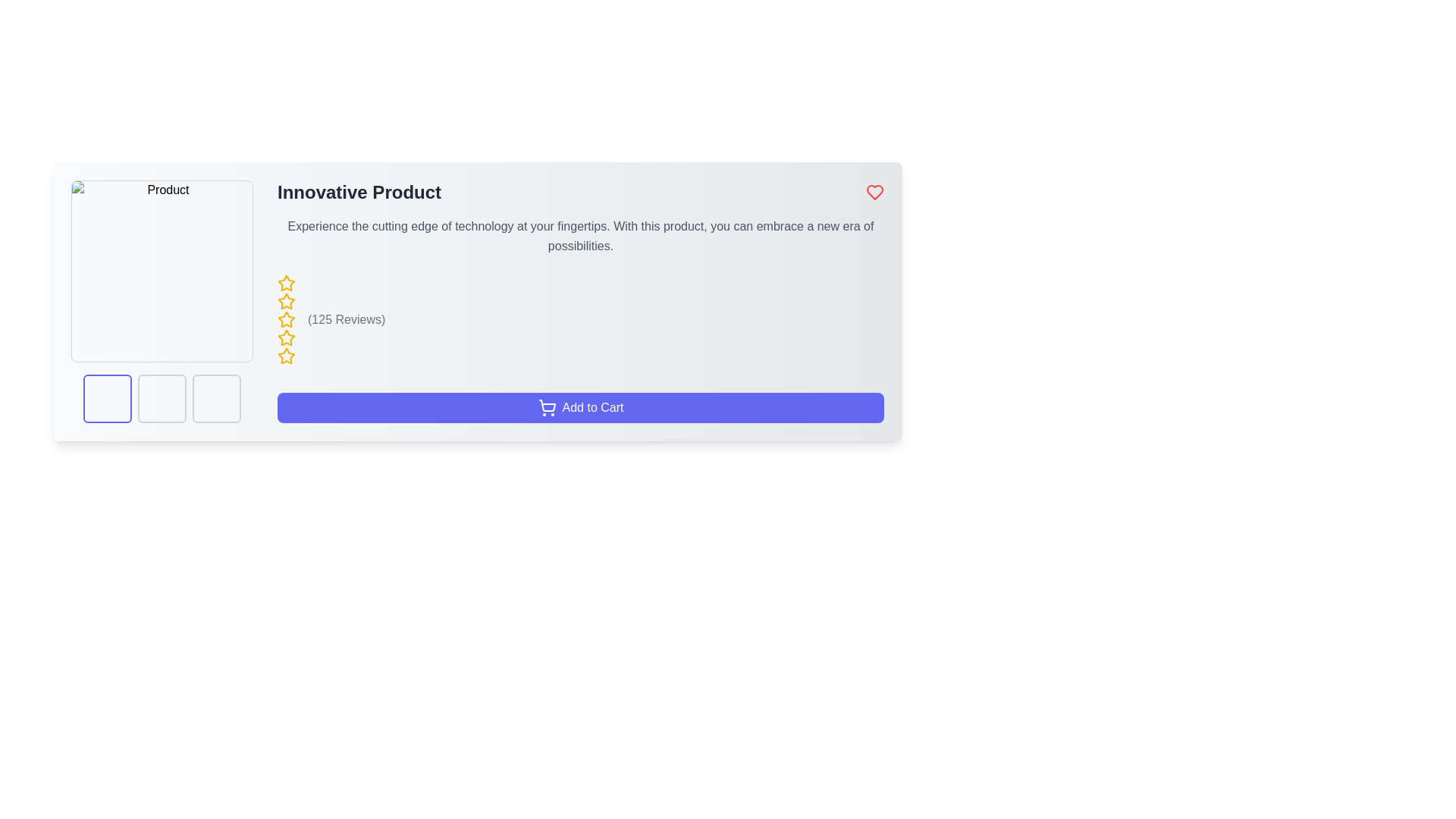 This screenshot has height=819, width=1456. I want to click on the 'Add to Cart' button, which is a rectangular button with a blue background and white text, located at the bottom of the product details section, so click(580, 406).